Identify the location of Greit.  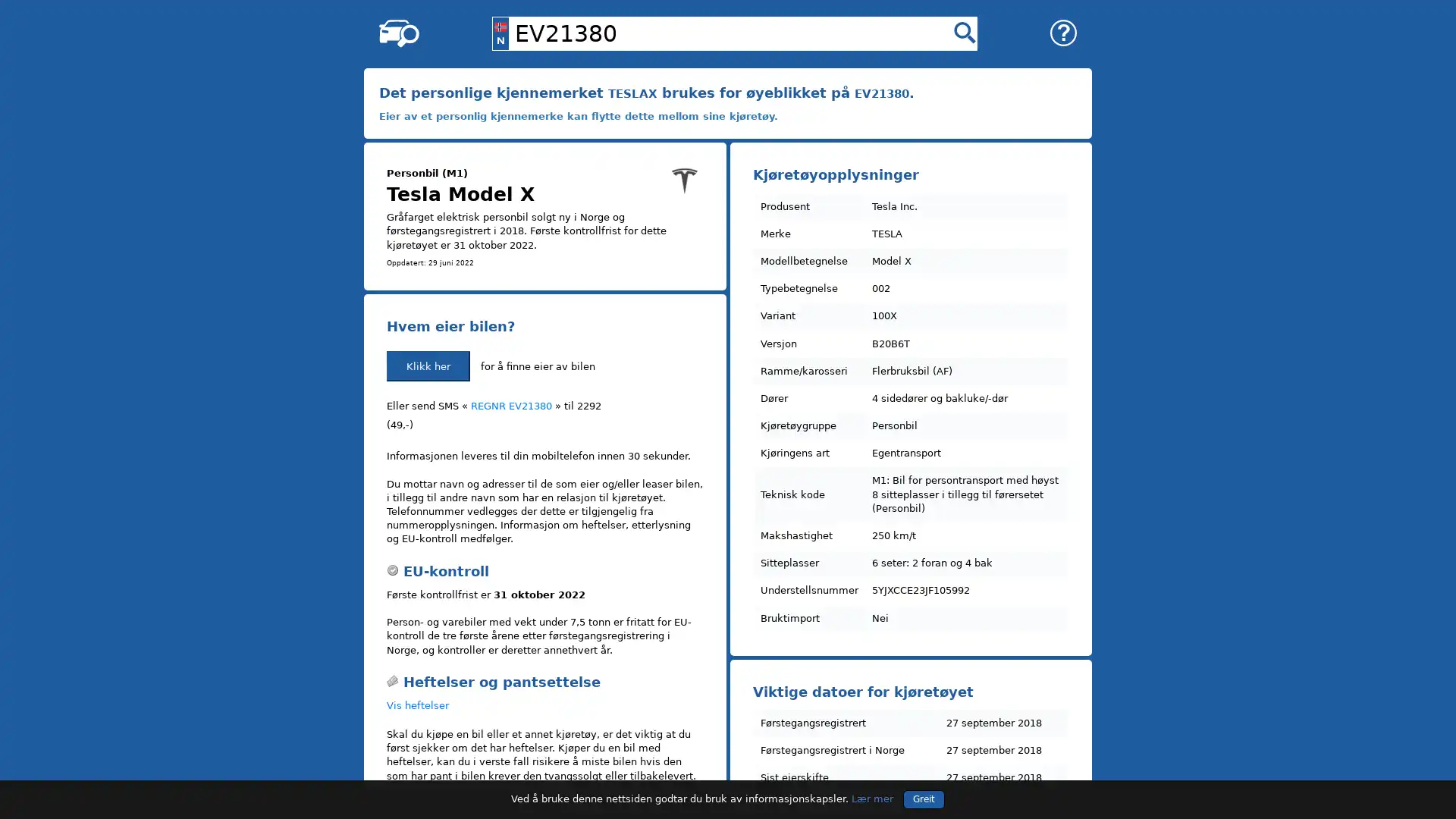
(923, 798).